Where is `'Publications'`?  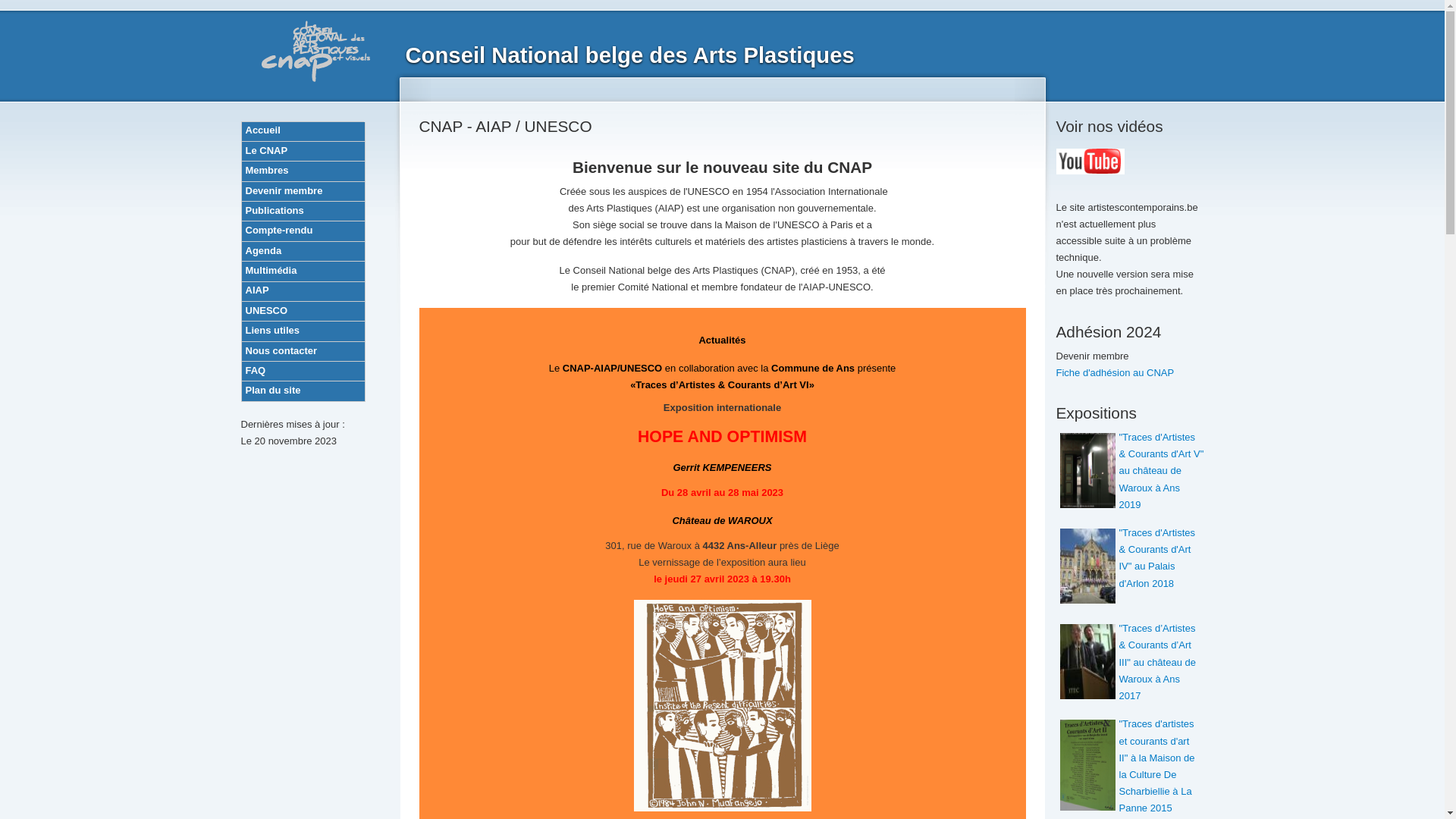 'Publications' is located at coordinates (303, 210).